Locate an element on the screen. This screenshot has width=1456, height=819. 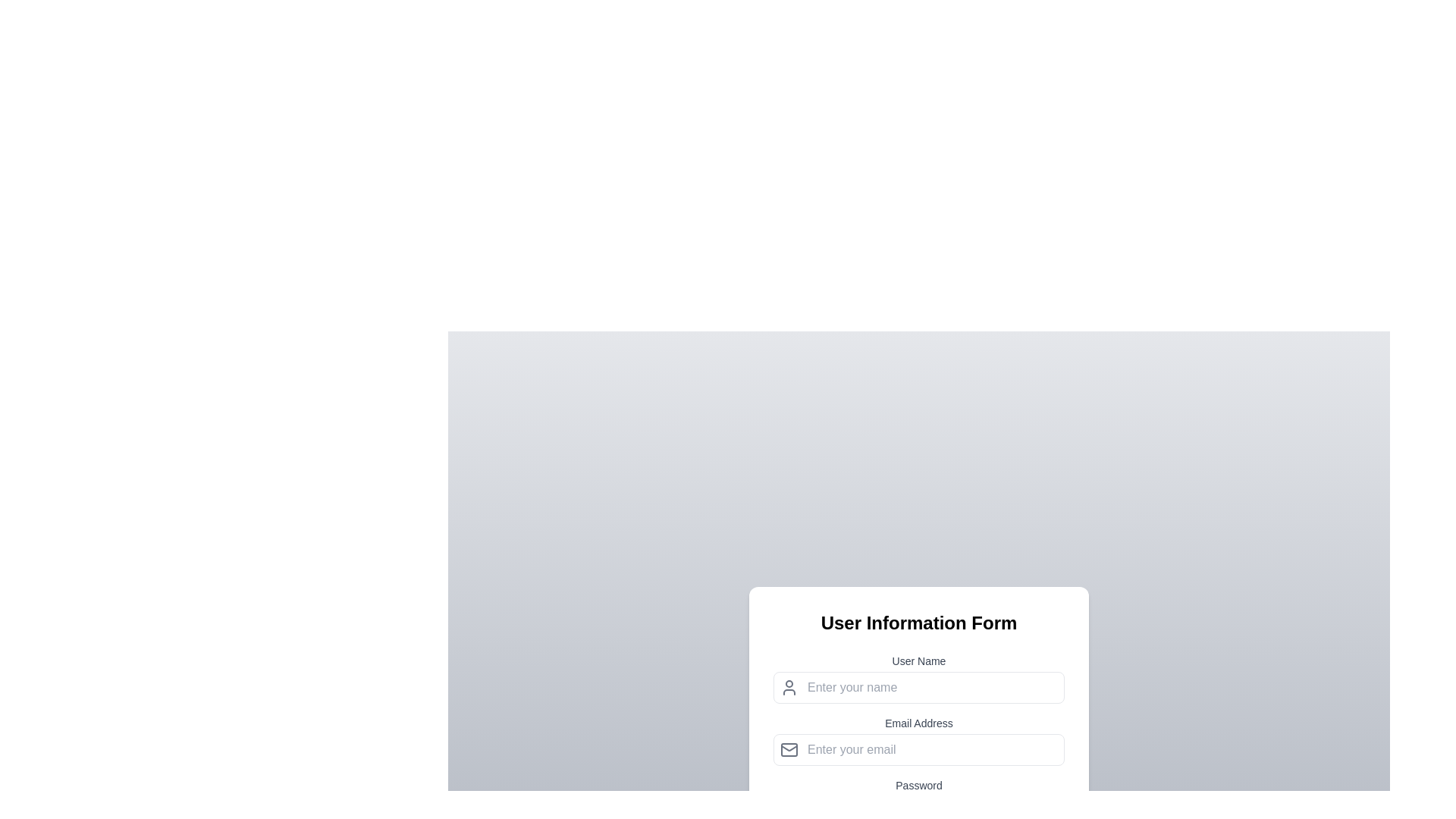
the 'Email Address' label, which is a medium-sized, gray-colored text label clearly displayed within a vertical form layout, positioned between the 'User Name' label and the email input field is located at coordinates (918, 722).